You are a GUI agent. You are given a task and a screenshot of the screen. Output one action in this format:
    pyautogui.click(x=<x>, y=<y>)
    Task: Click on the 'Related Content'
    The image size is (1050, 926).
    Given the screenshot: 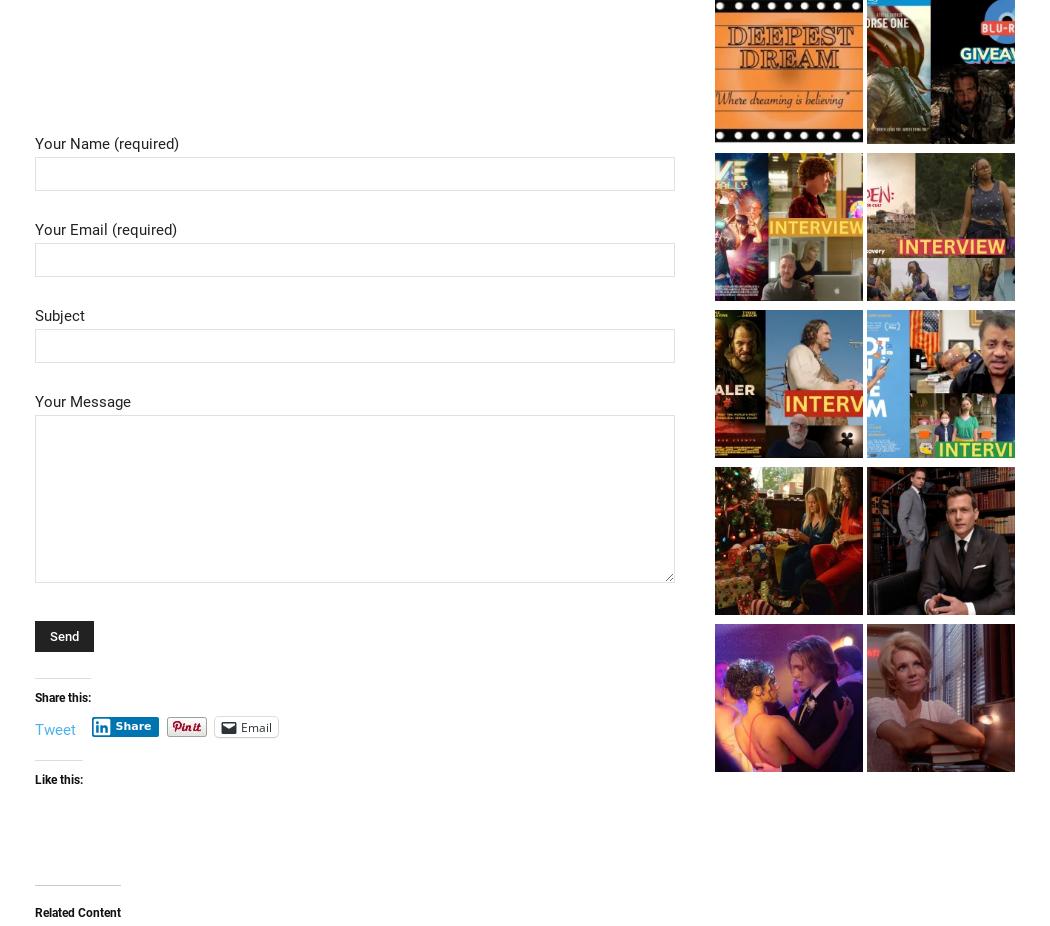 What is the action you would take?
    pyautogui.click(x=34, y=912)
    